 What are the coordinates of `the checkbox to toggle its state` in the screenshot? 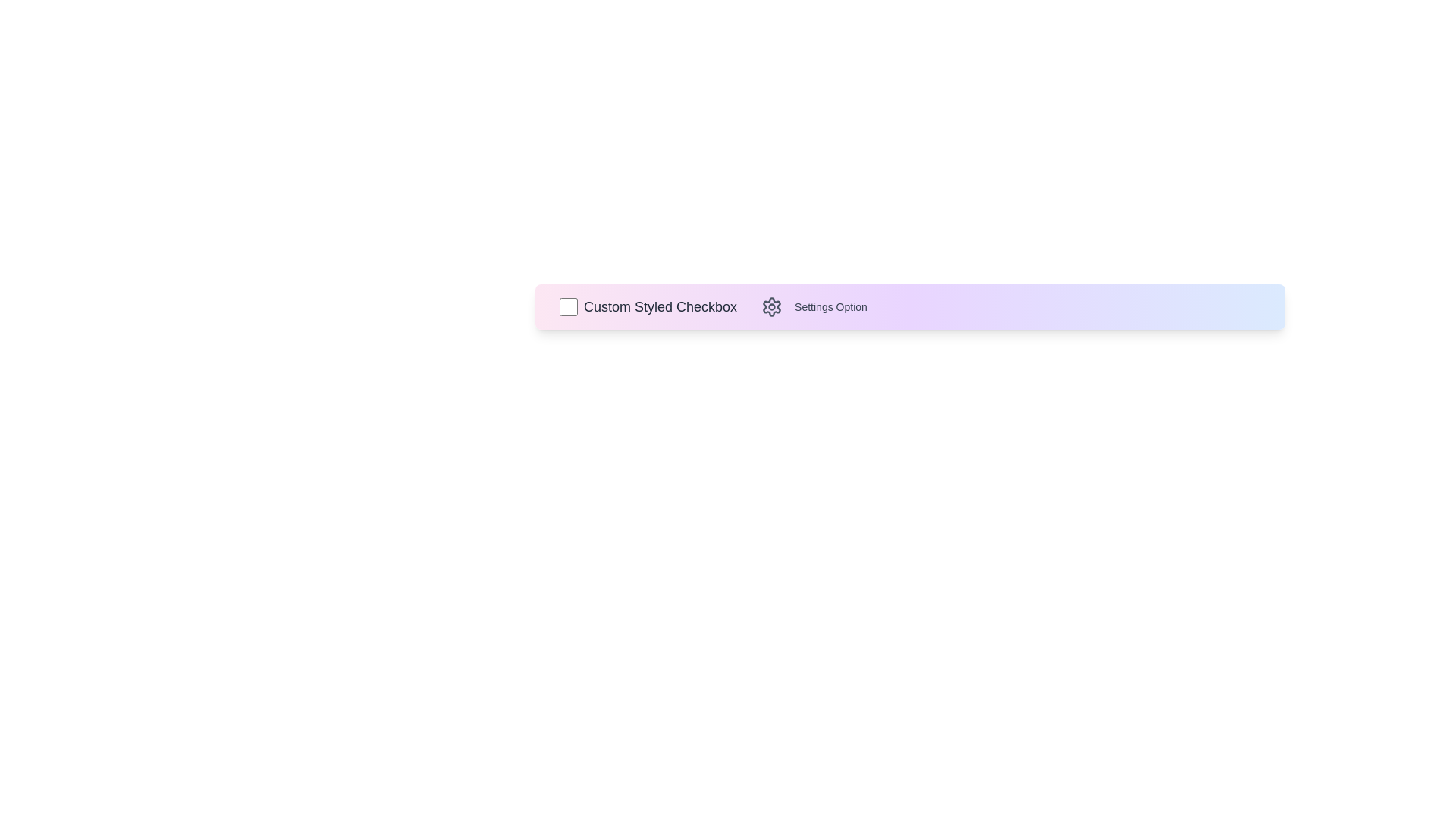 It's located at (567, 307).